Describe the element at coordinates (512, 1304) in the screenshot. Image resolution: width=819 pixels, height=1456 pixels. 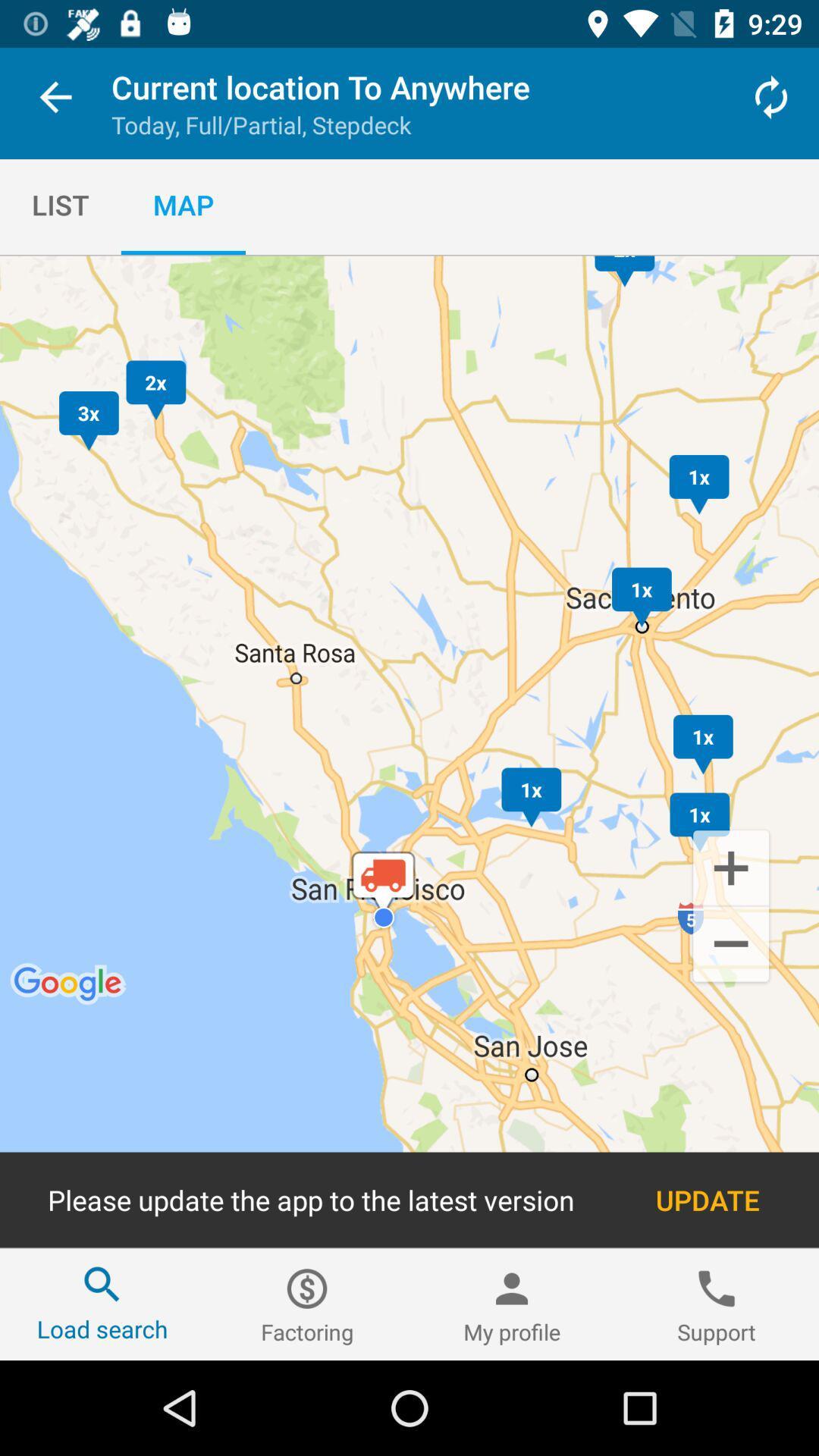
I see `the my profile` at that location.